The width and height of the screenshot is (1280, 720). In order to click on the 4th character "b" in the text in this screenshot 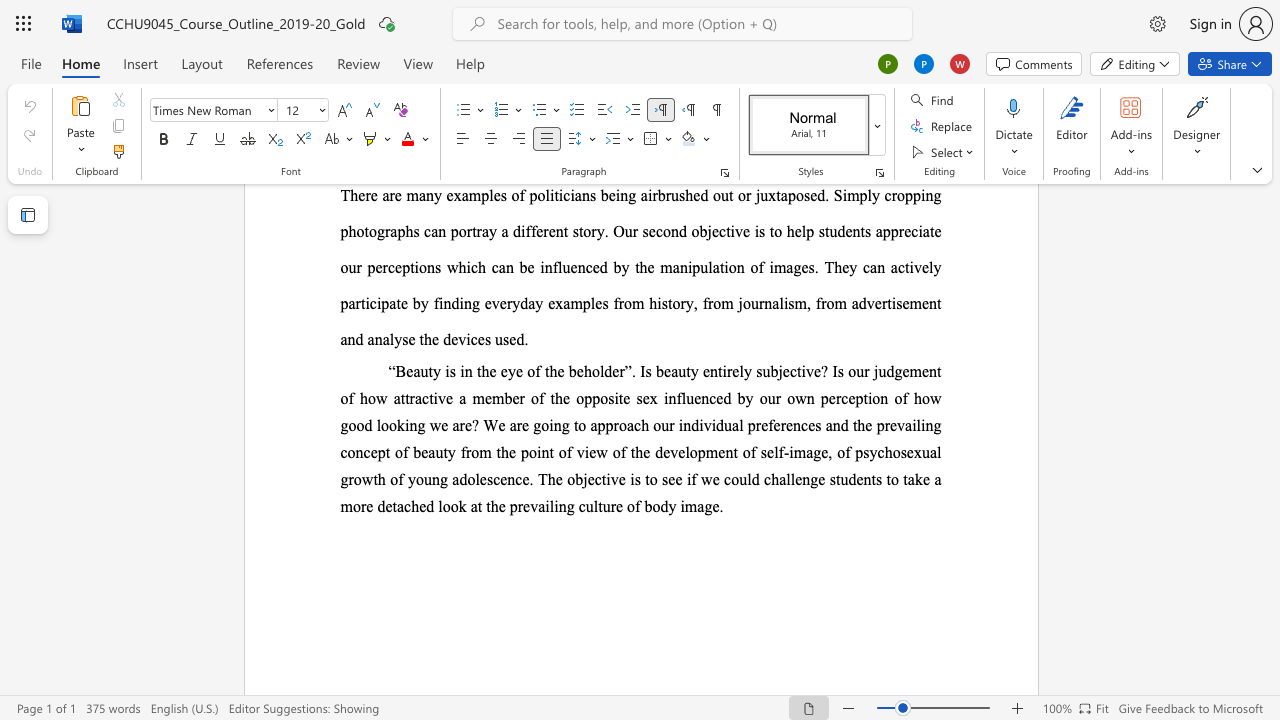, I will do `click(508, 398)`.